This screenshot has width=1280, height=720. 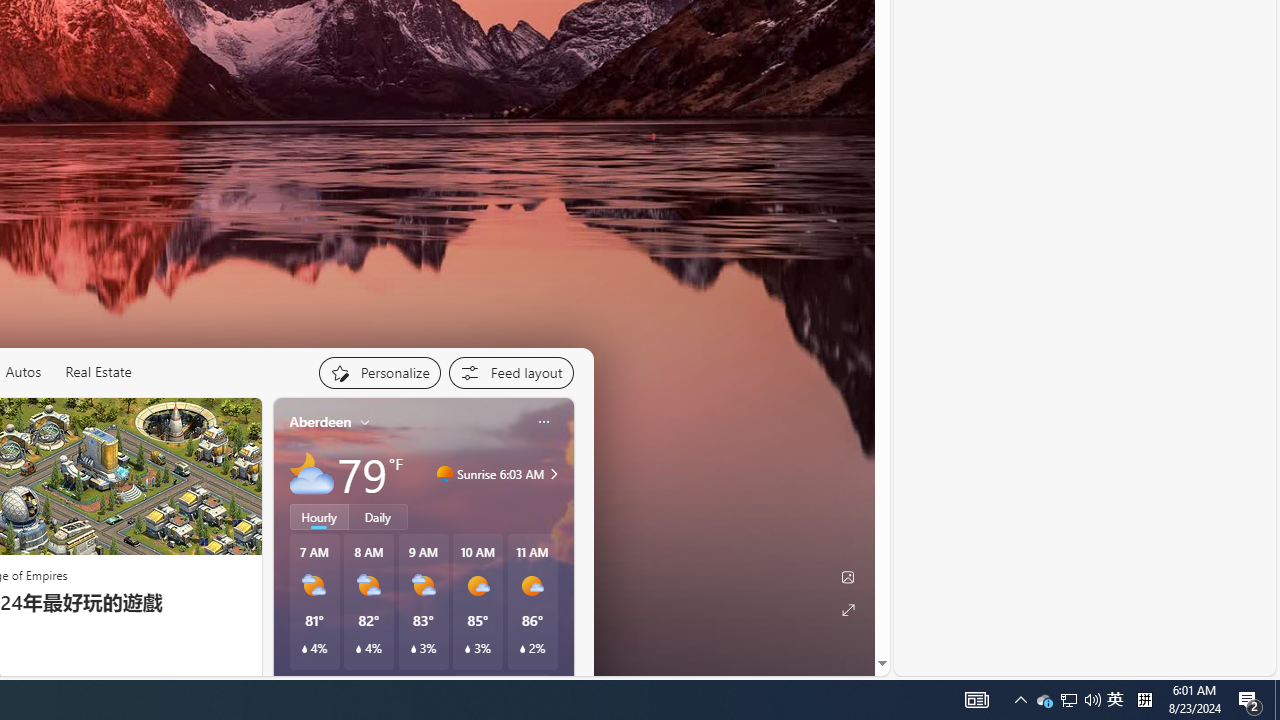 What do you see at coordinates (318, 515) in the screenshot?
I see `'Hourly'` at bounding box center [318, 515].